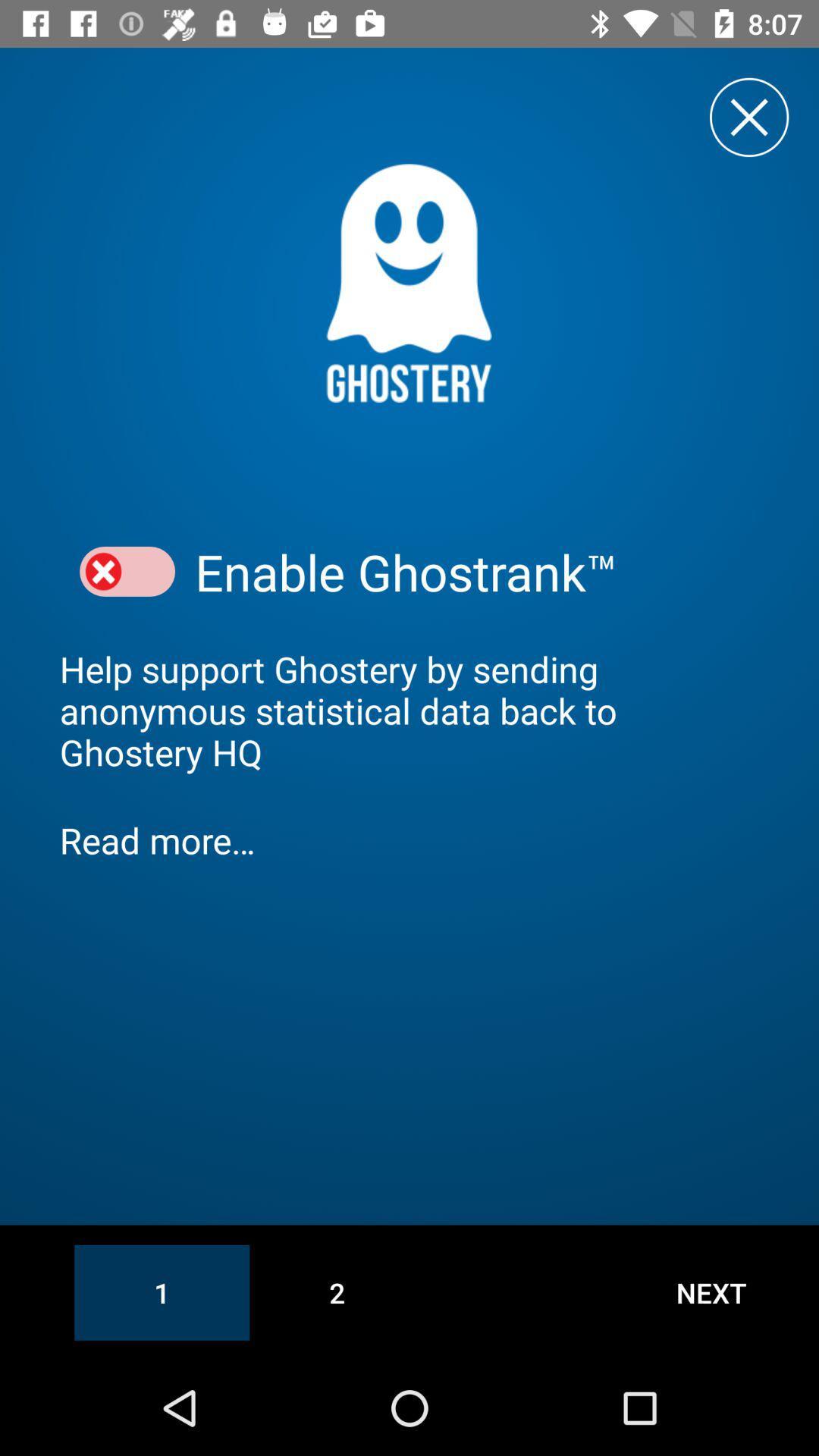 The image size is (819, 1456). What do you see at coordinates (748, 116) in the screenshot?
I see `the advert` at bounding box center [748, 116].